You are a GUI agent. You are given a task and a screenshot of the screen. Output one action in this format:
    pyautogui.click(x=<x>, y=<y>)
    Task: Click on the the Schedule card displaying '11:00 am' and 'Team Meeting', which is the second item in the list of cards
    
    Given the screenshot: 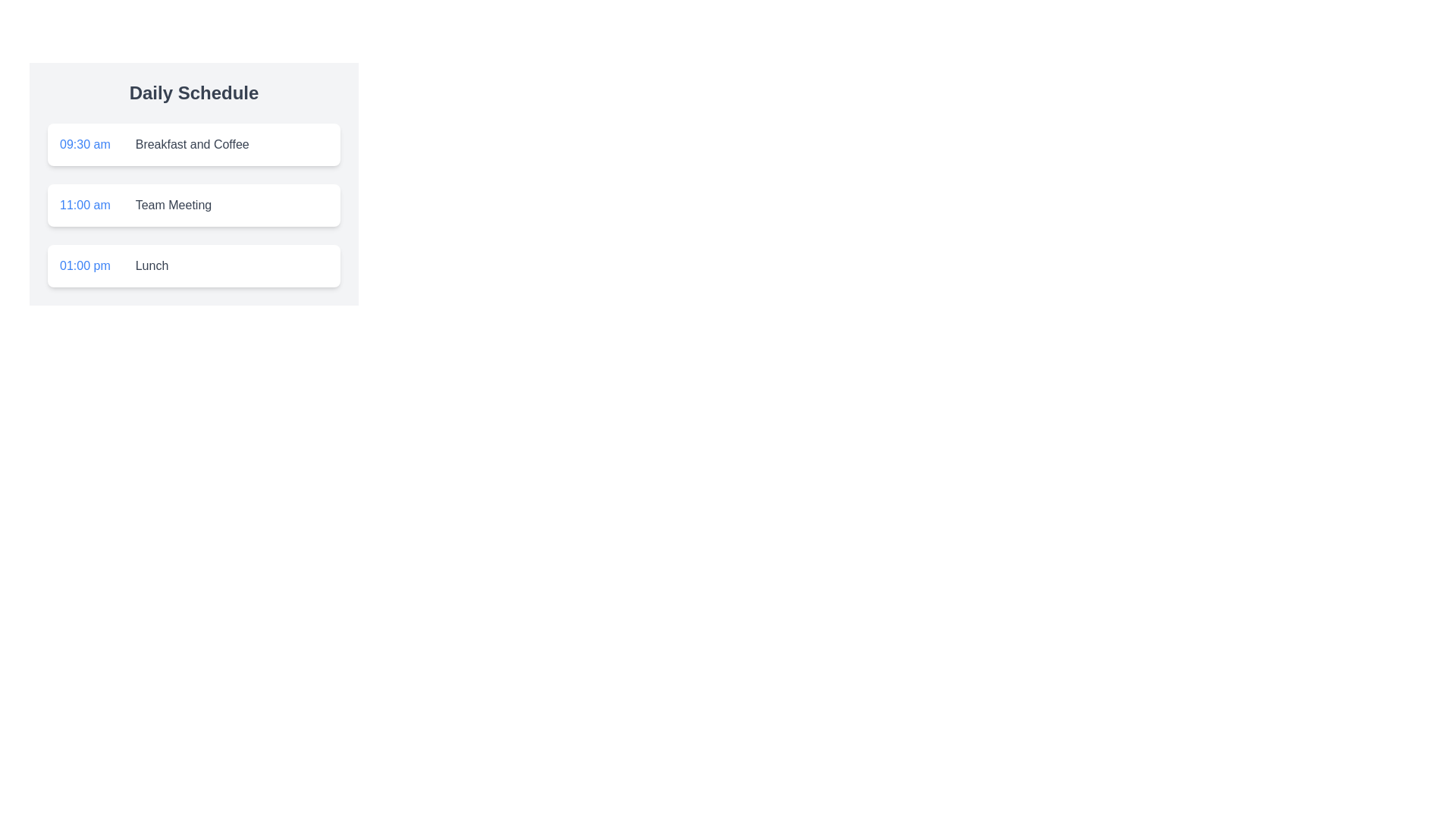 What is the action you would take?
    pyautogui.click(x=193, y=205)
    